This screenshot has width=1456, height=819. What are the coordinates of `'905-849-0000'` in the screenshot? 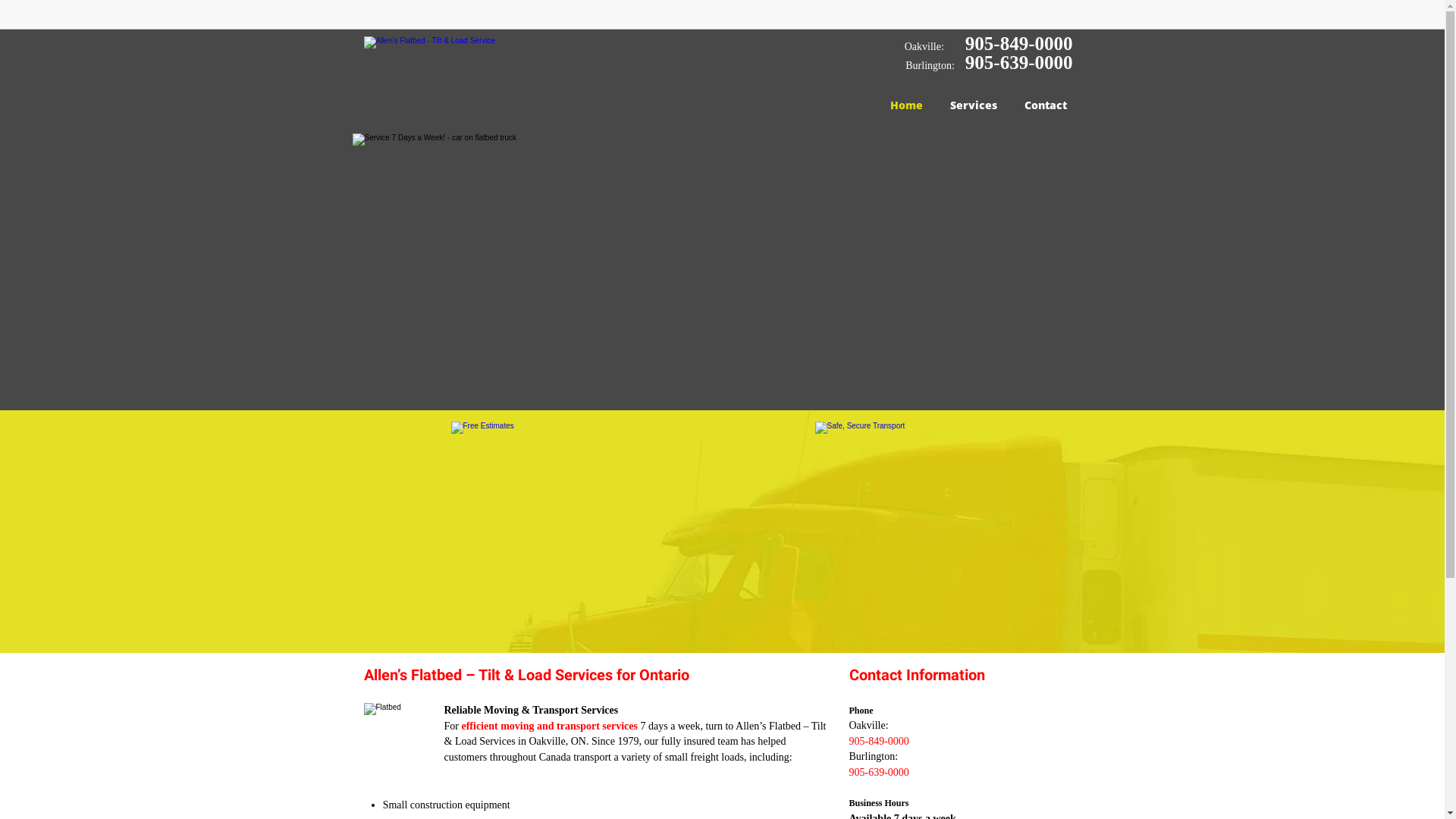 It's located at (848, 740).